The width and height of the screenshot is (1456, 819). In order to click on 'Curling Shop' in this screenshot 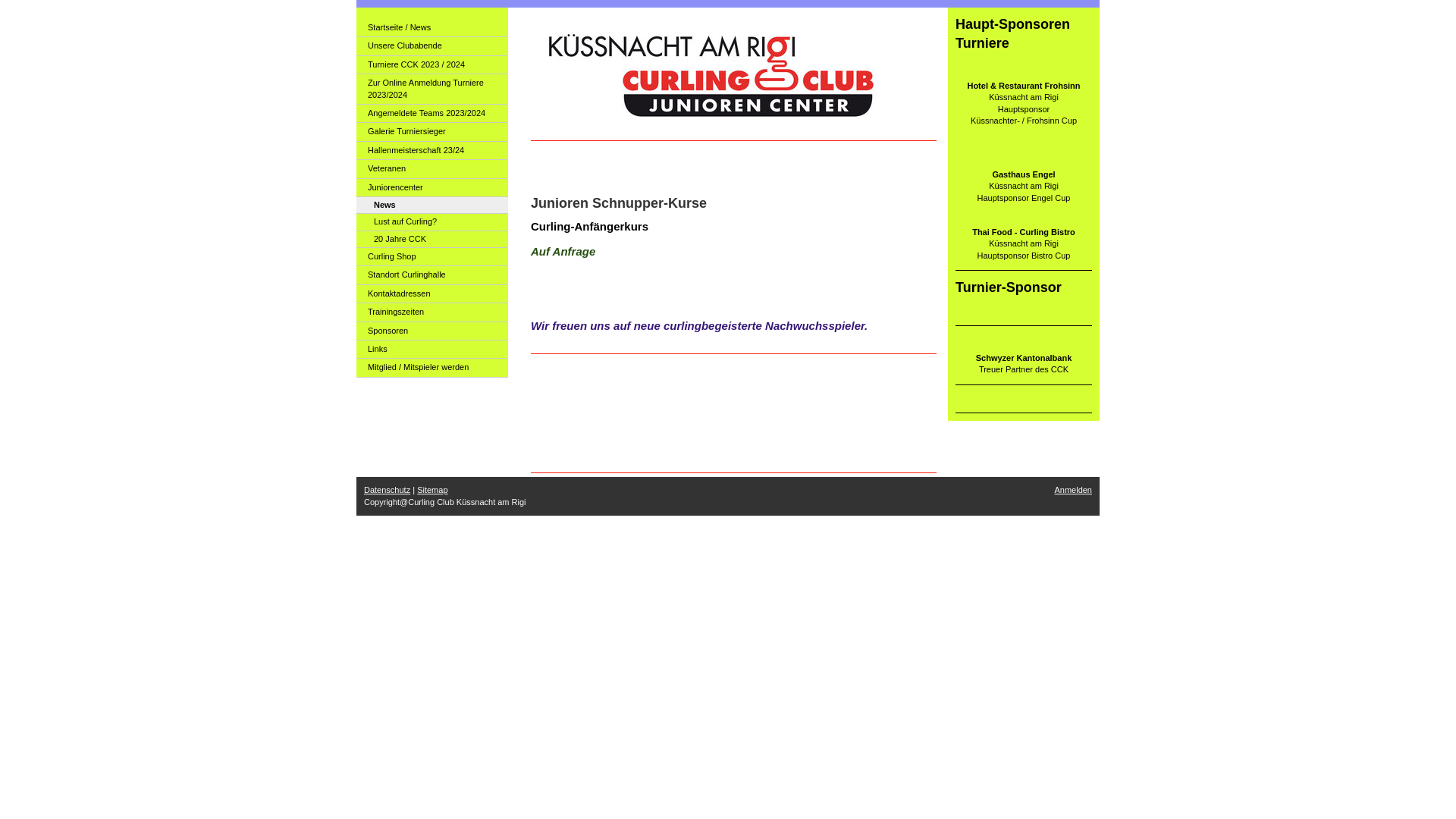, I will do `click(356, 256)`.